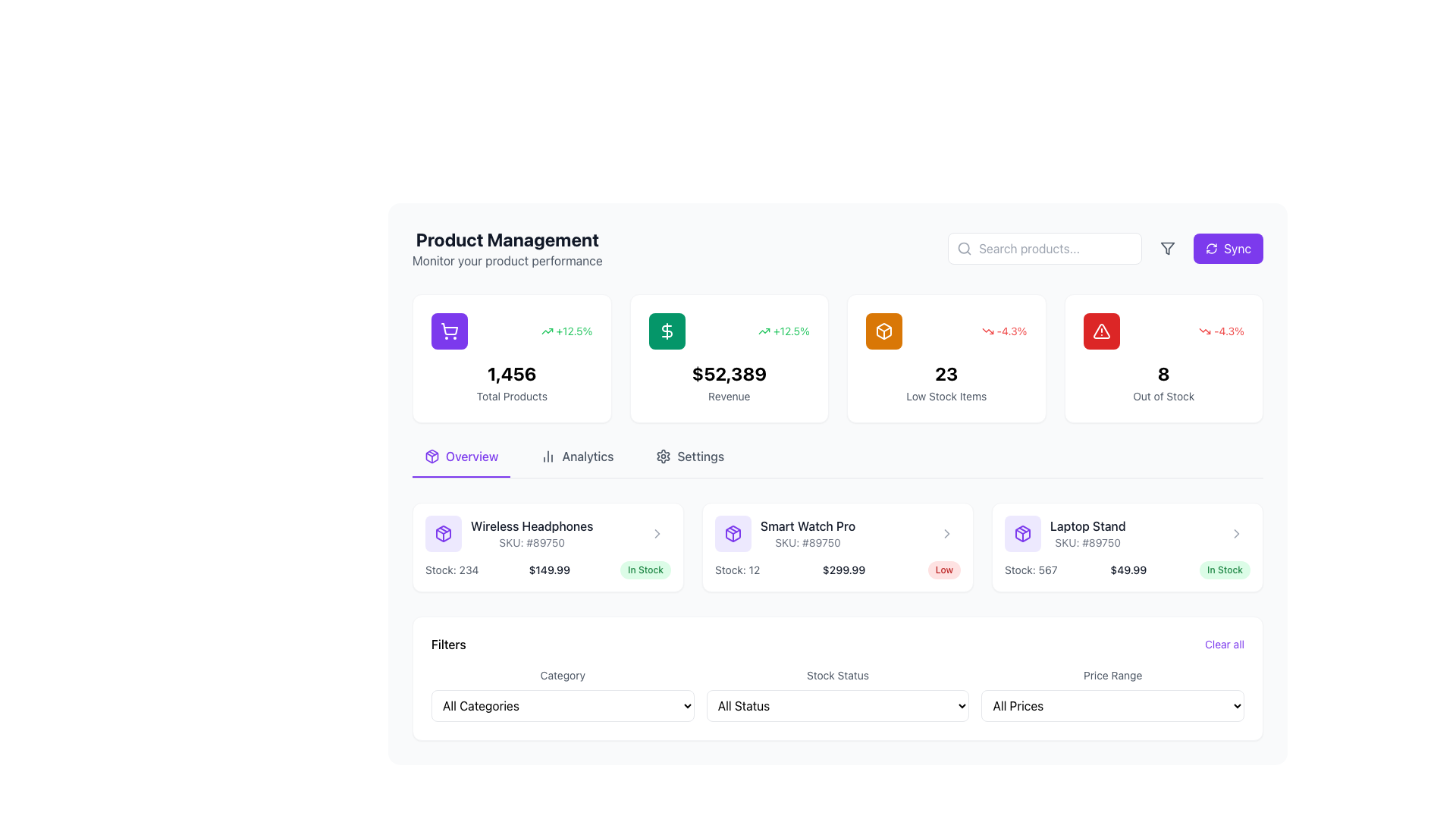  I want to click on the white box icon with a rounded outline, which is positioned on an orange background and is part of the 'Low Stock Items' tile displaying the number 23, so click(884, 330).